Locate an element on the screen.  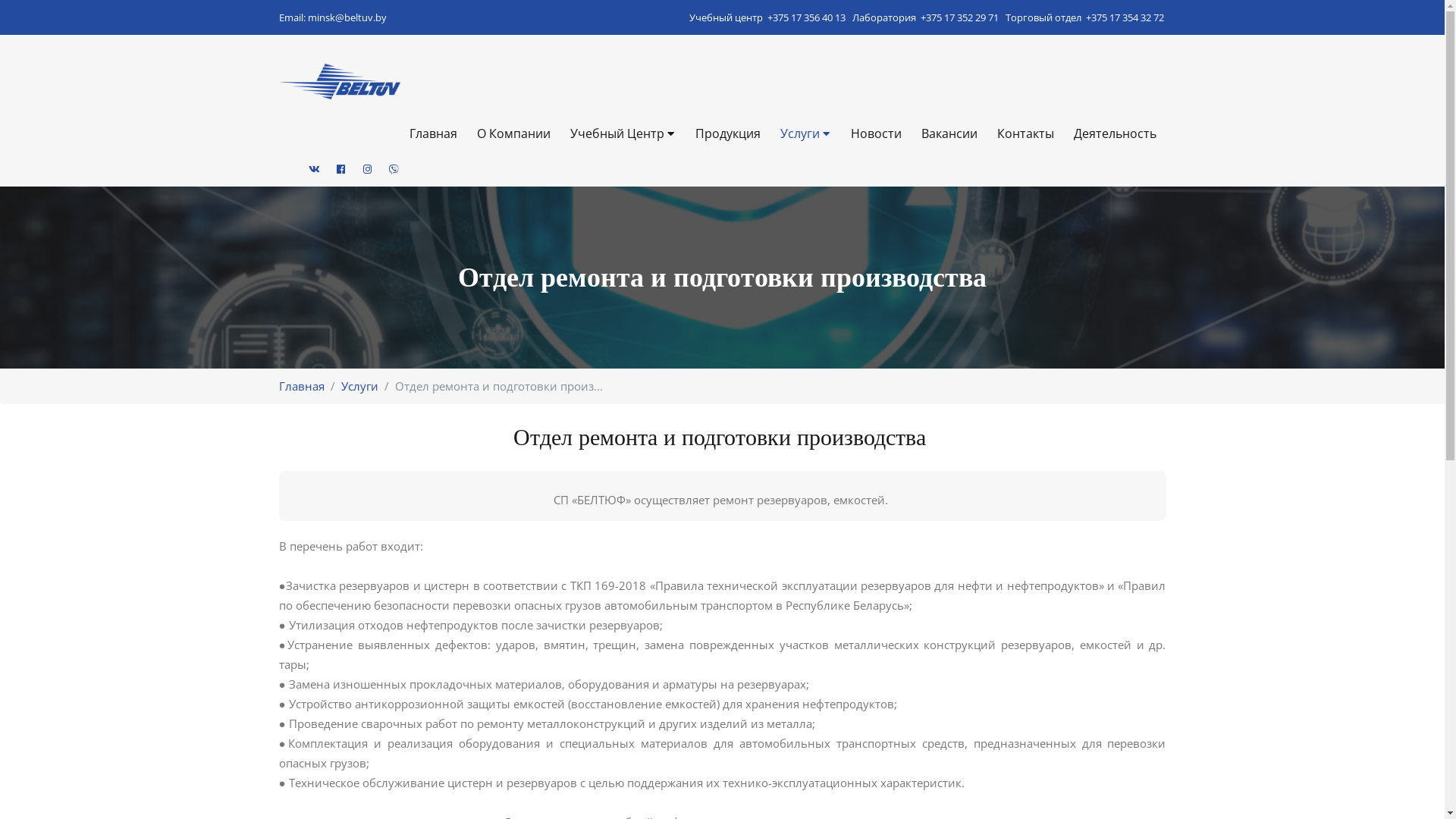
'+375 17 356 40 13' is located at coordinates (805, 17).